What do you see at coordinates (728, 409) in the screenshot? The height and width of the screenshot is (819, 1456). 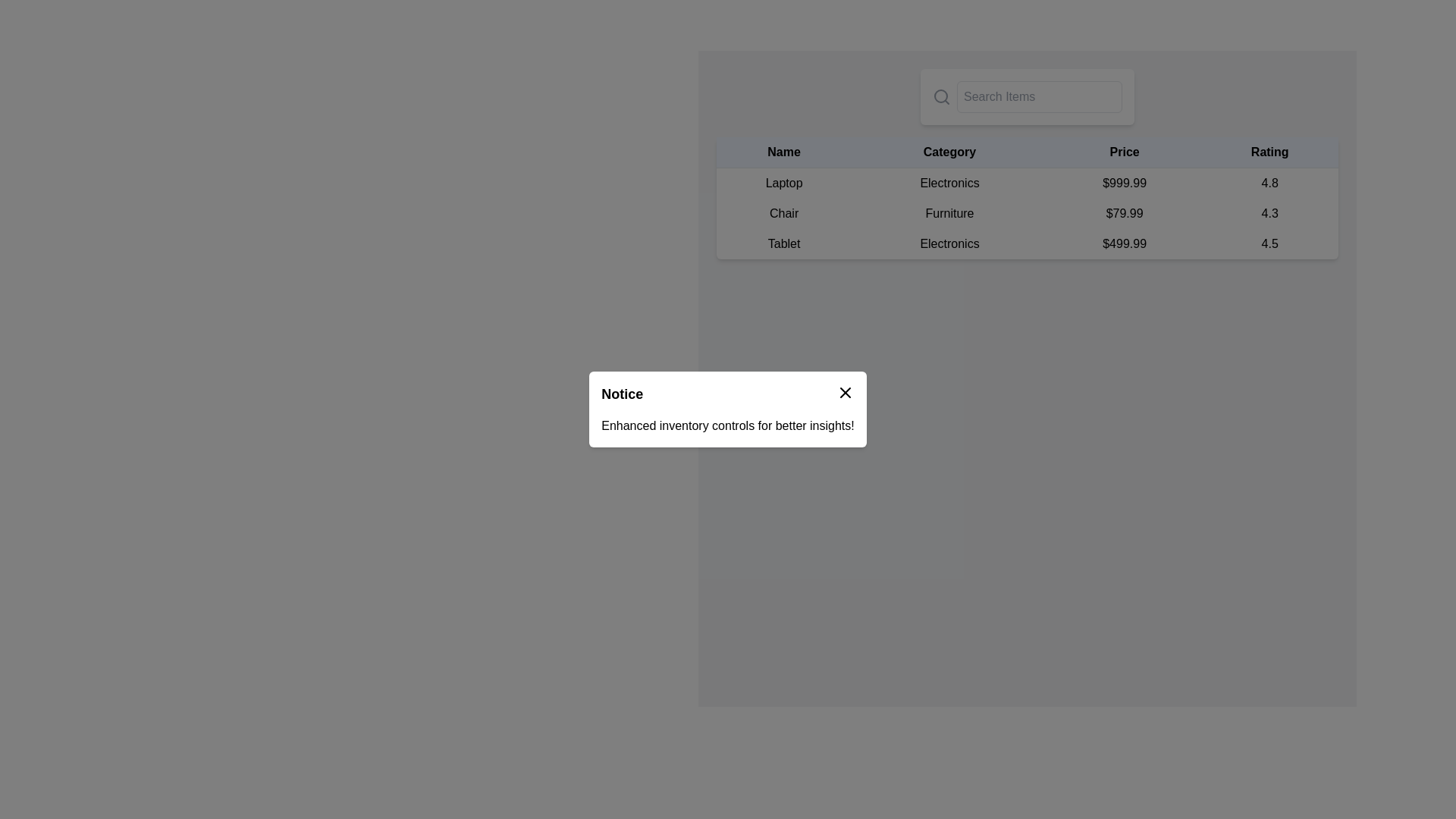 I see `the Notification modal that displays the title 'Notice' and the subtitle 'Enhanced inventory controls for better insights!' for accessibility interactions` at bounding box center [728, 409].